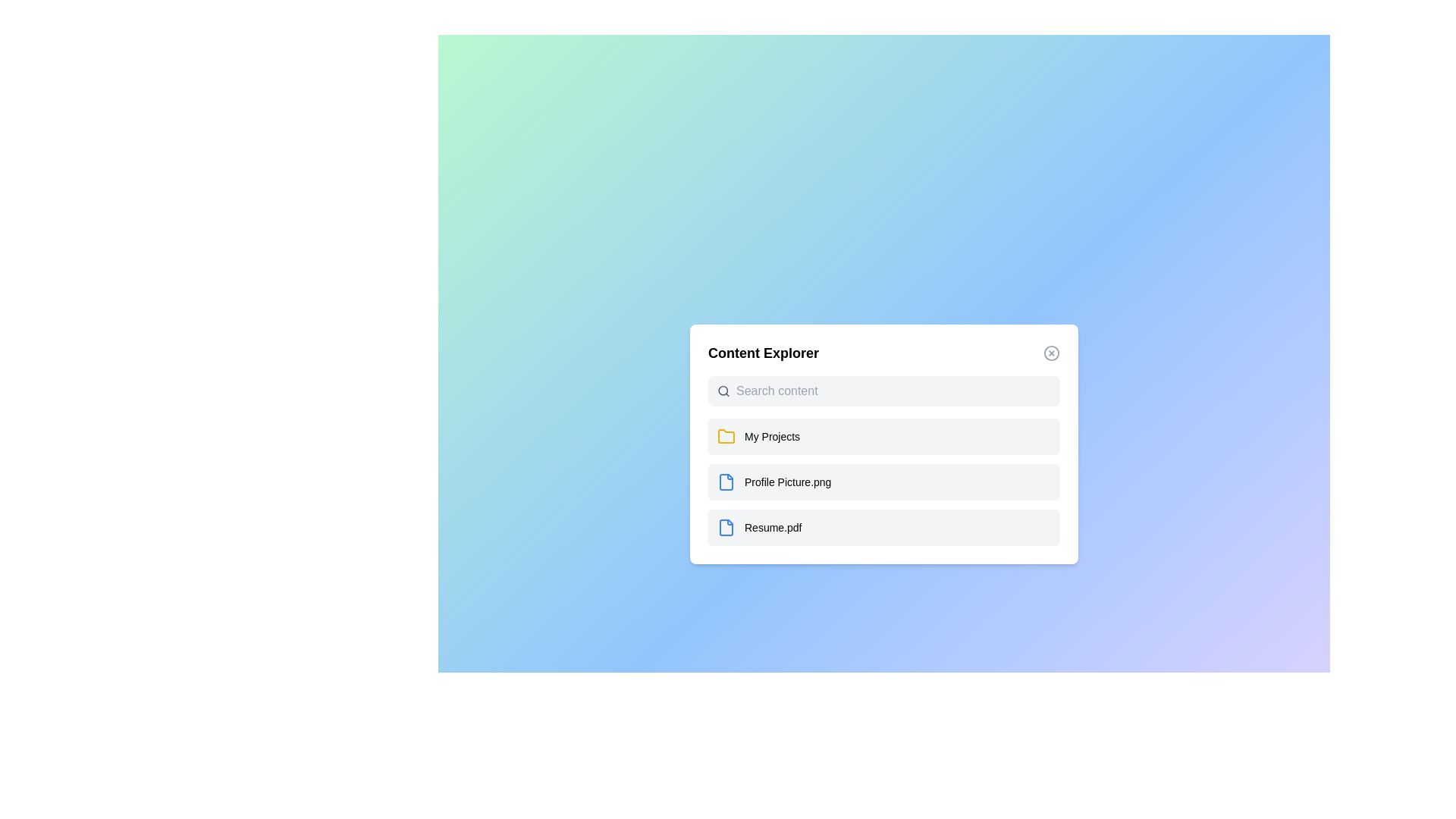 Image resolution: width=1456 pixels, height=819 pixels. What do you see at coordinates (884, 526) in the screenshot?
I see `the content item Resume.pdf from the list` at bounding box center [884, 526].